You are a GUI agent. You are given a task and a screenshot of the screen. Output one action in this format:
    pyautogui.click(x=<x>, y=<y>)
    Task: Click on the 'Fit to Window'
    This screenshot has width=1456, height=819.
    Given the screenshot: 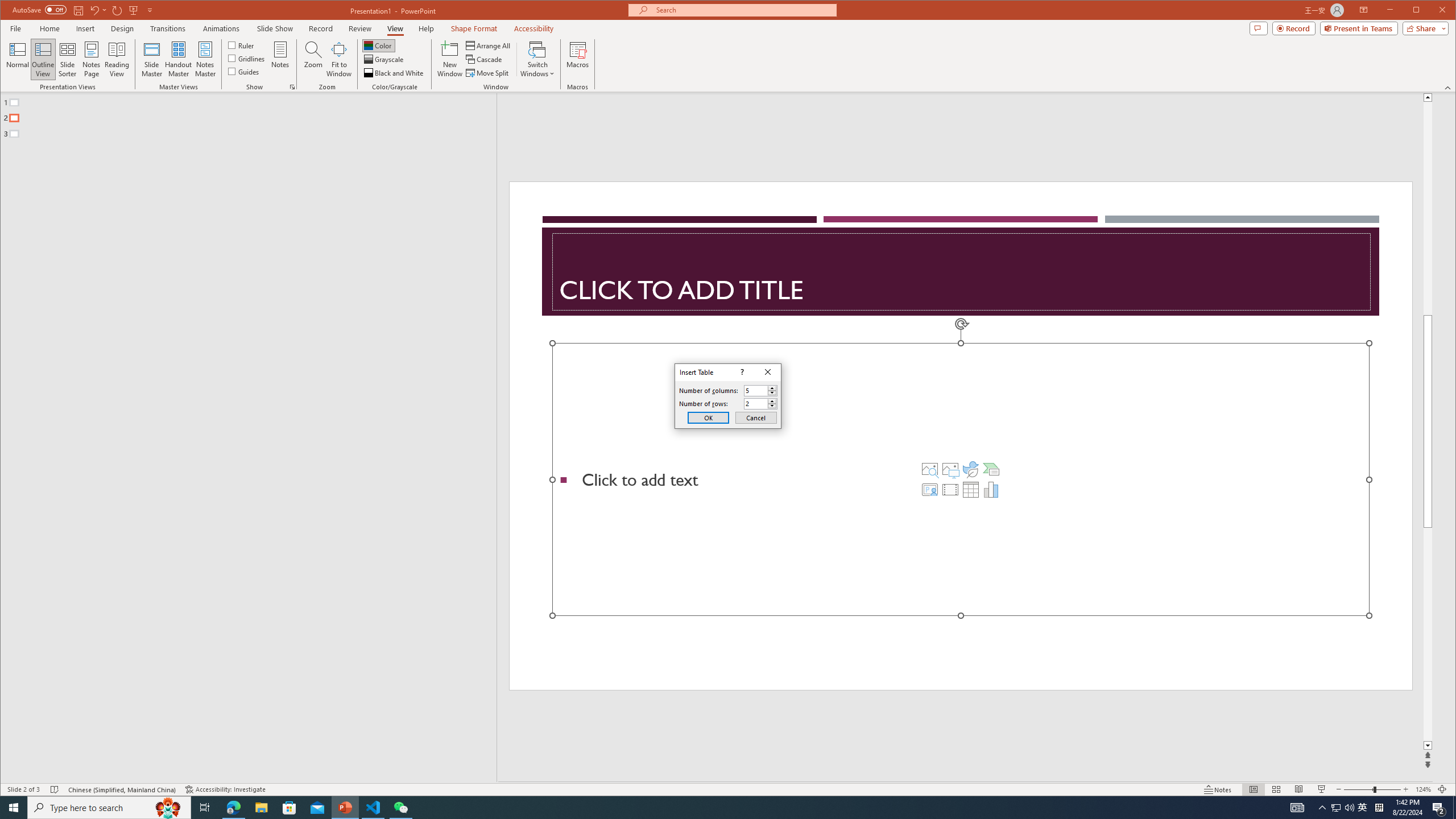 What is the action you would take?
    pyautogui.click(x=338, y=59)
    